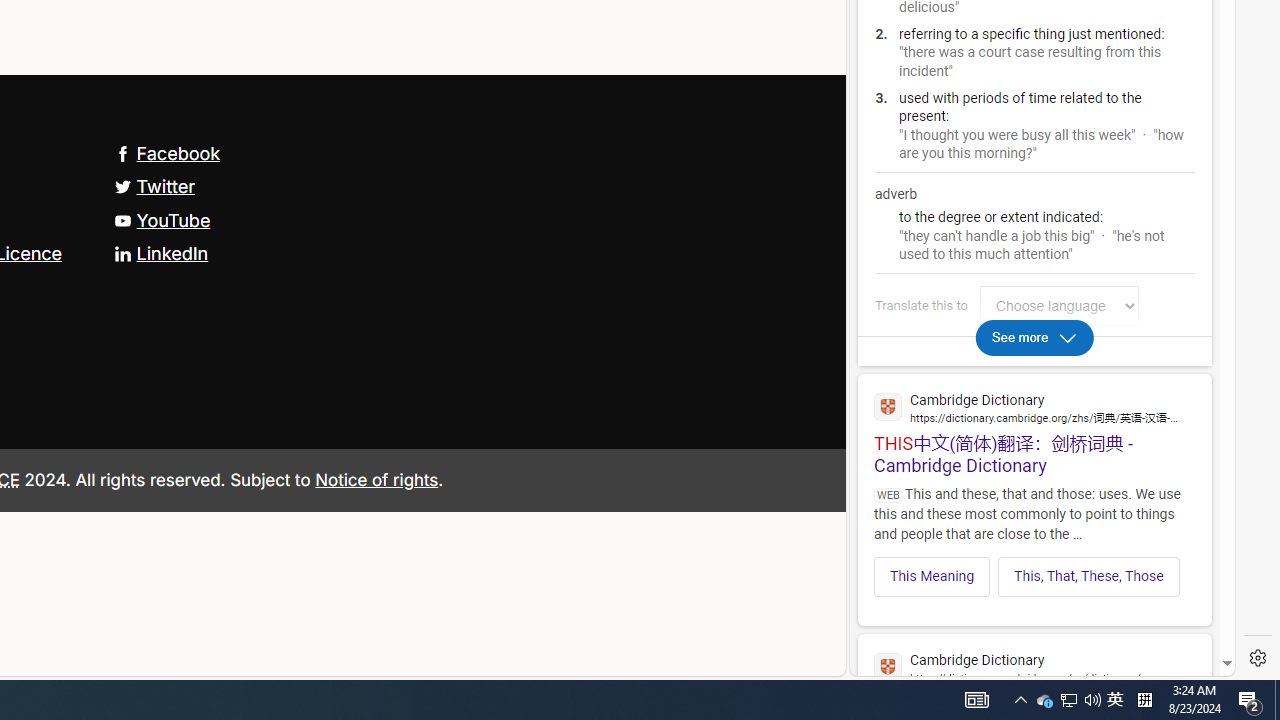 The height and width of the screenshot is (720, 1280). I want to click on 'Cambridge Dictionary', so click(1034, 666).